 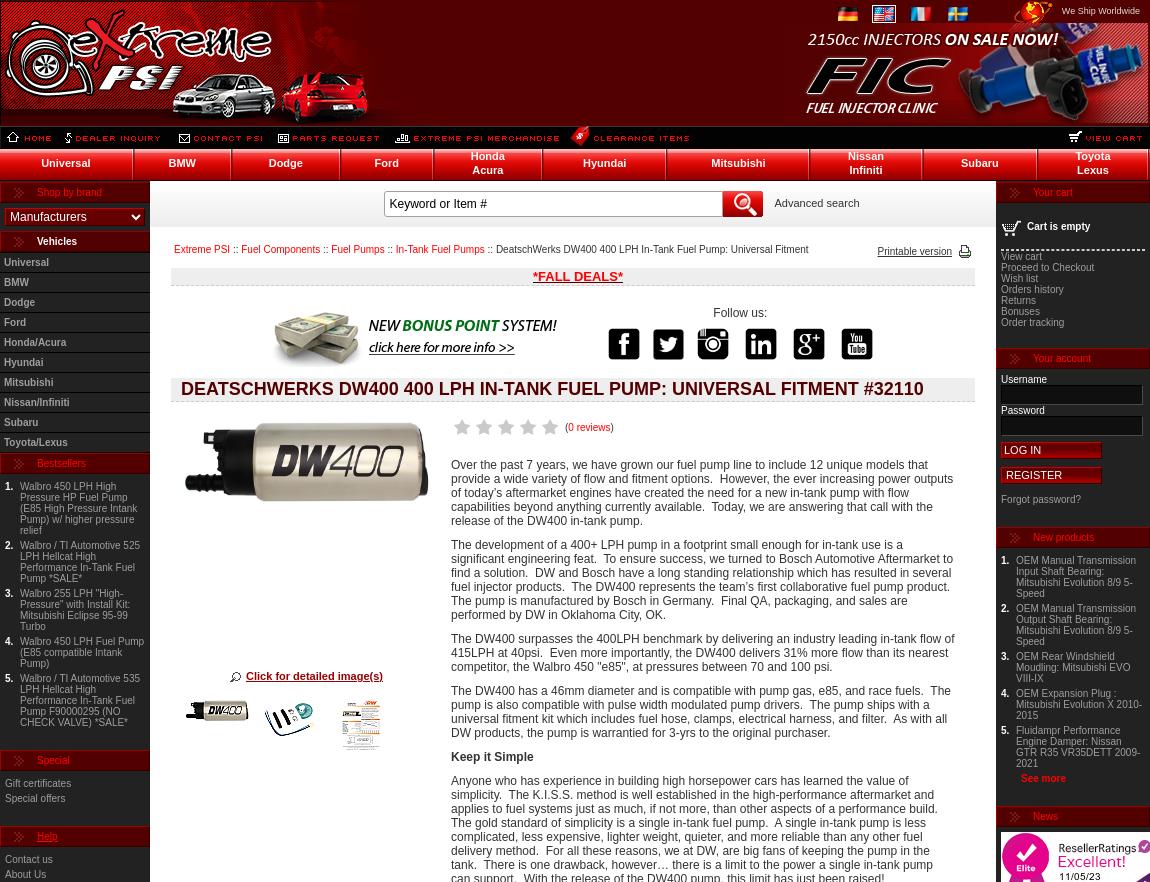 I want to click on '*FALL 
DEALS*', so click(x=576, y=276).